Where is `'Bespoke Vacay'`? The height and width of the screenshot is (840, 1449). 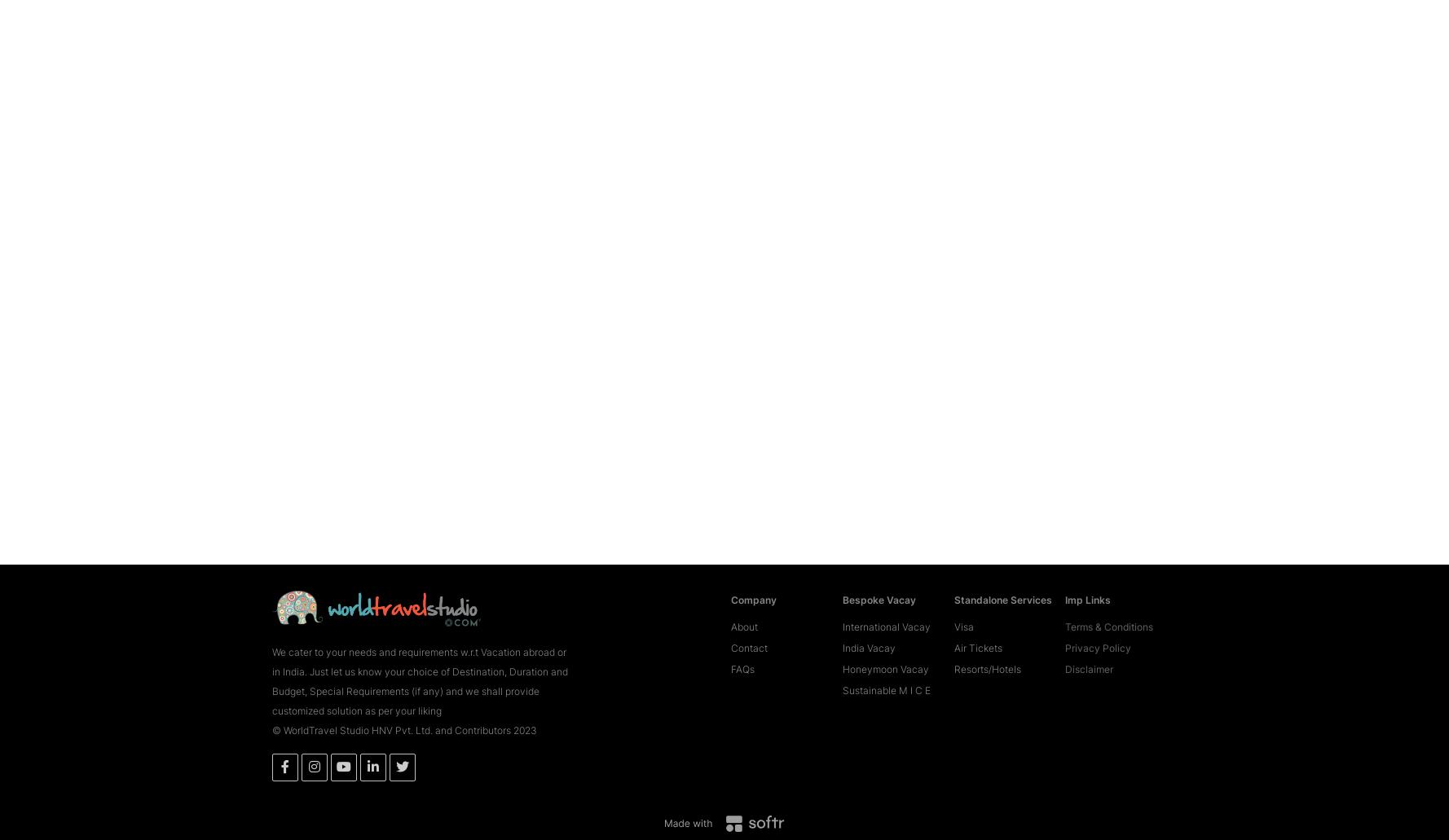 'Bespoke Vacay' is located at coordinates (879, 575).